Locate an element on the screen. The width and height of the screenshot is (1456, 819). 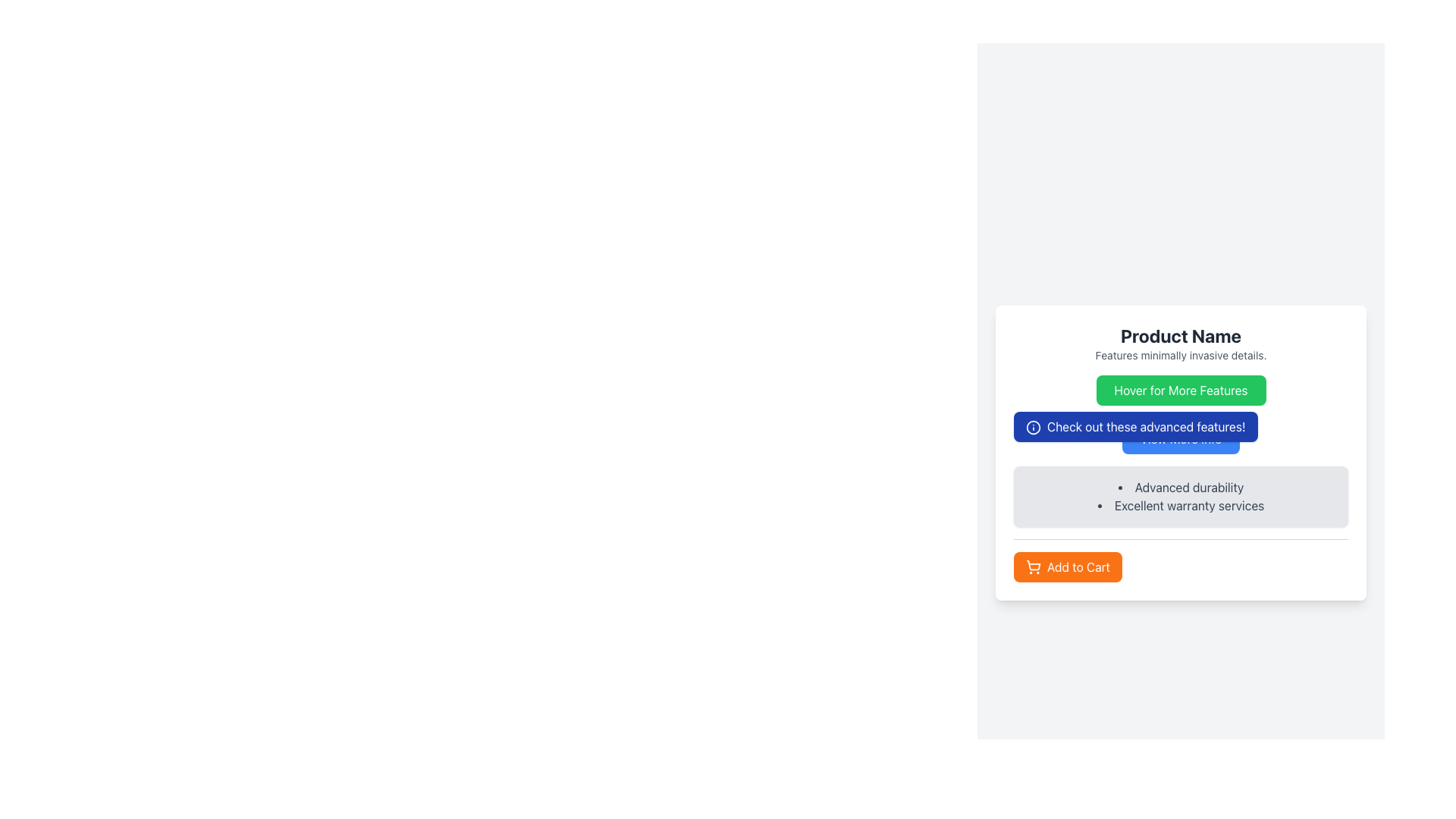
the 'Product Name' text block, which is a bold, dark gray title above a lighter gray description within a rounded card component is located at coordinates (1180, 343).